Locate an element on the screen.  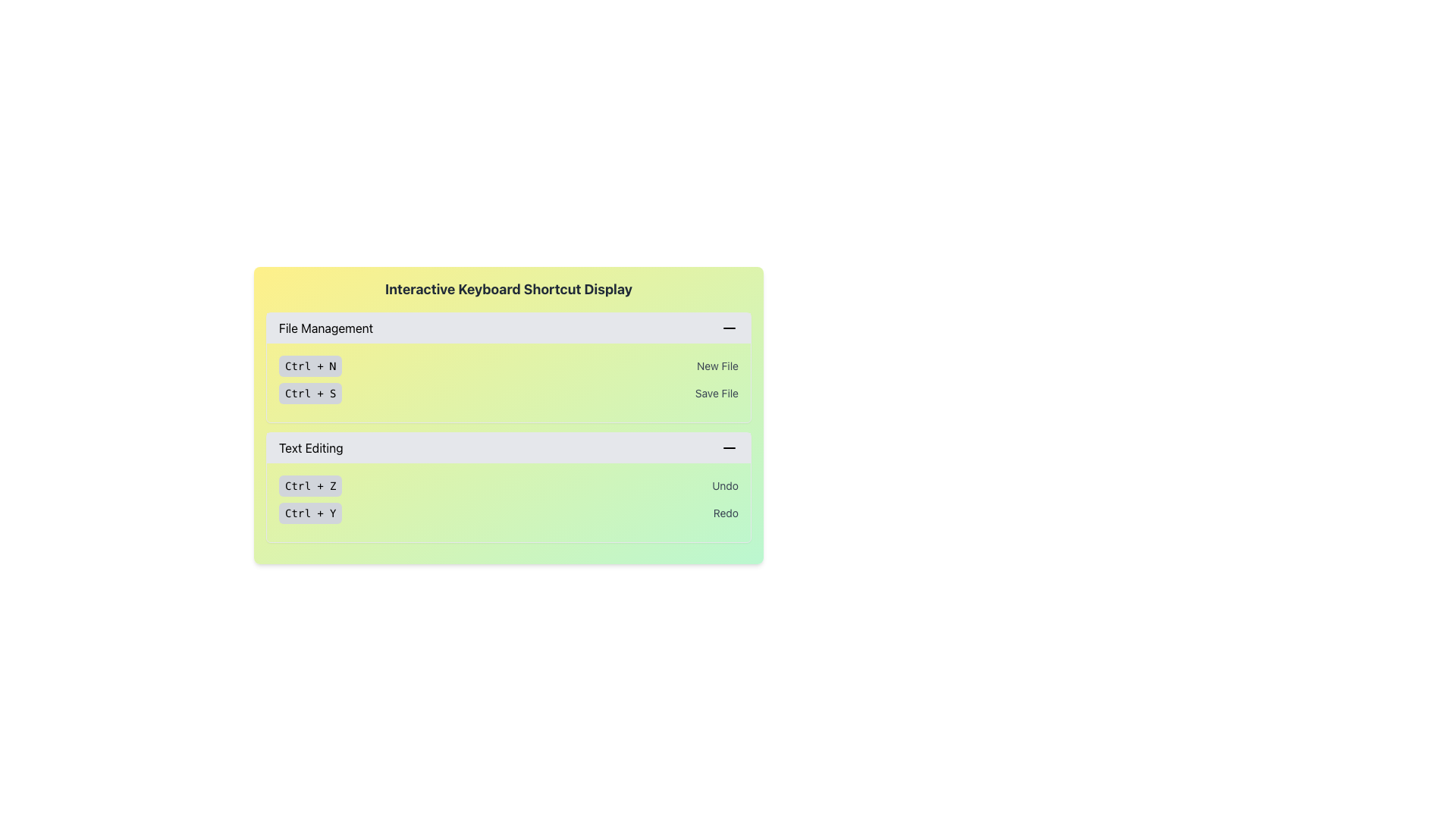
the minus symbol icon located at the far right of the 'Text Editing' section is located at coordinates (729, 447).